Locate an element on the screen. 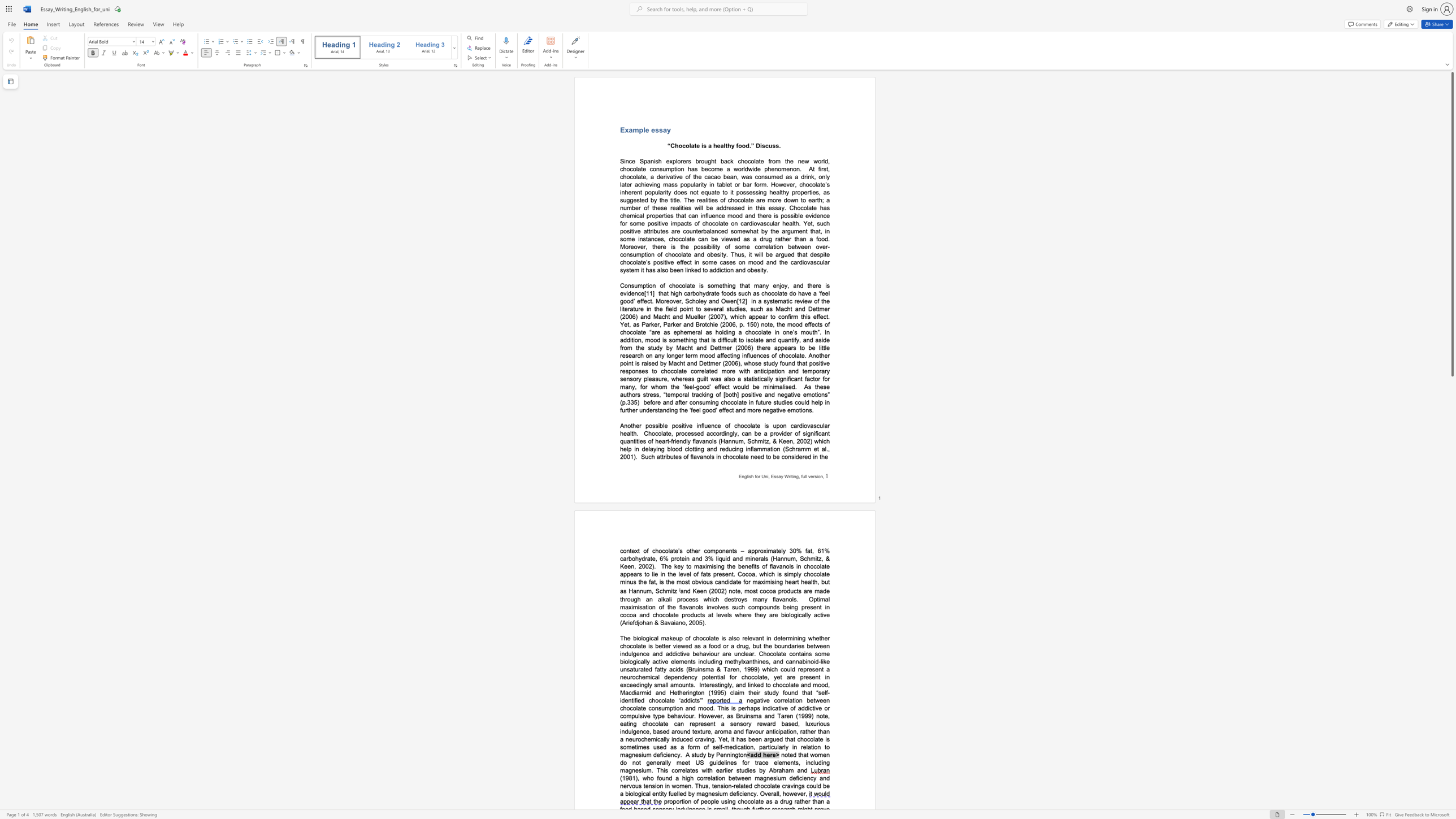 The image size is (1456, 819). the scrollbar on the side is located at coordinates (1451, 413).